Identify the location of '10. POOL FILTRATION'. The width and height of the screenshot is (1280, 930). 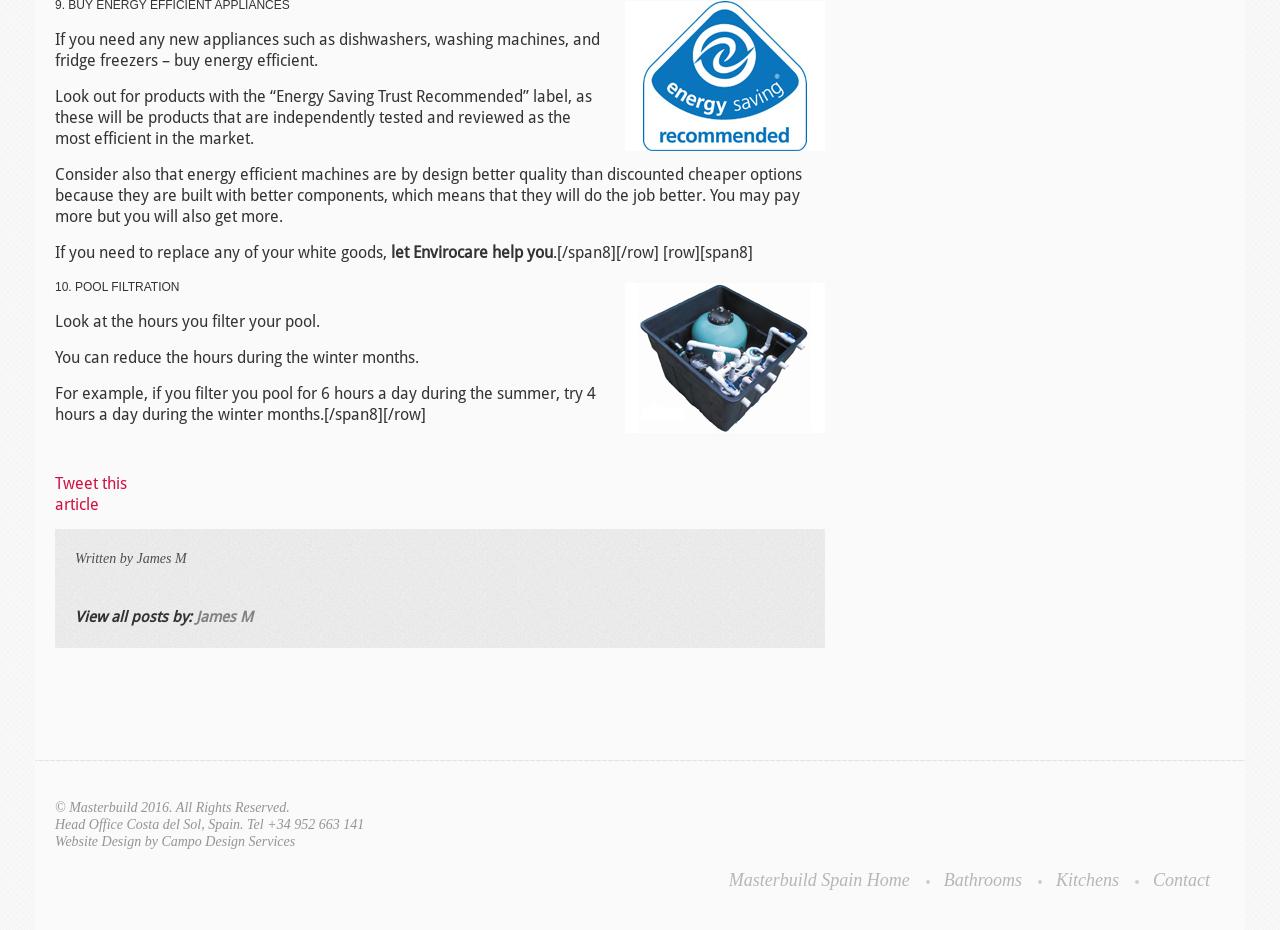
(115, 285).